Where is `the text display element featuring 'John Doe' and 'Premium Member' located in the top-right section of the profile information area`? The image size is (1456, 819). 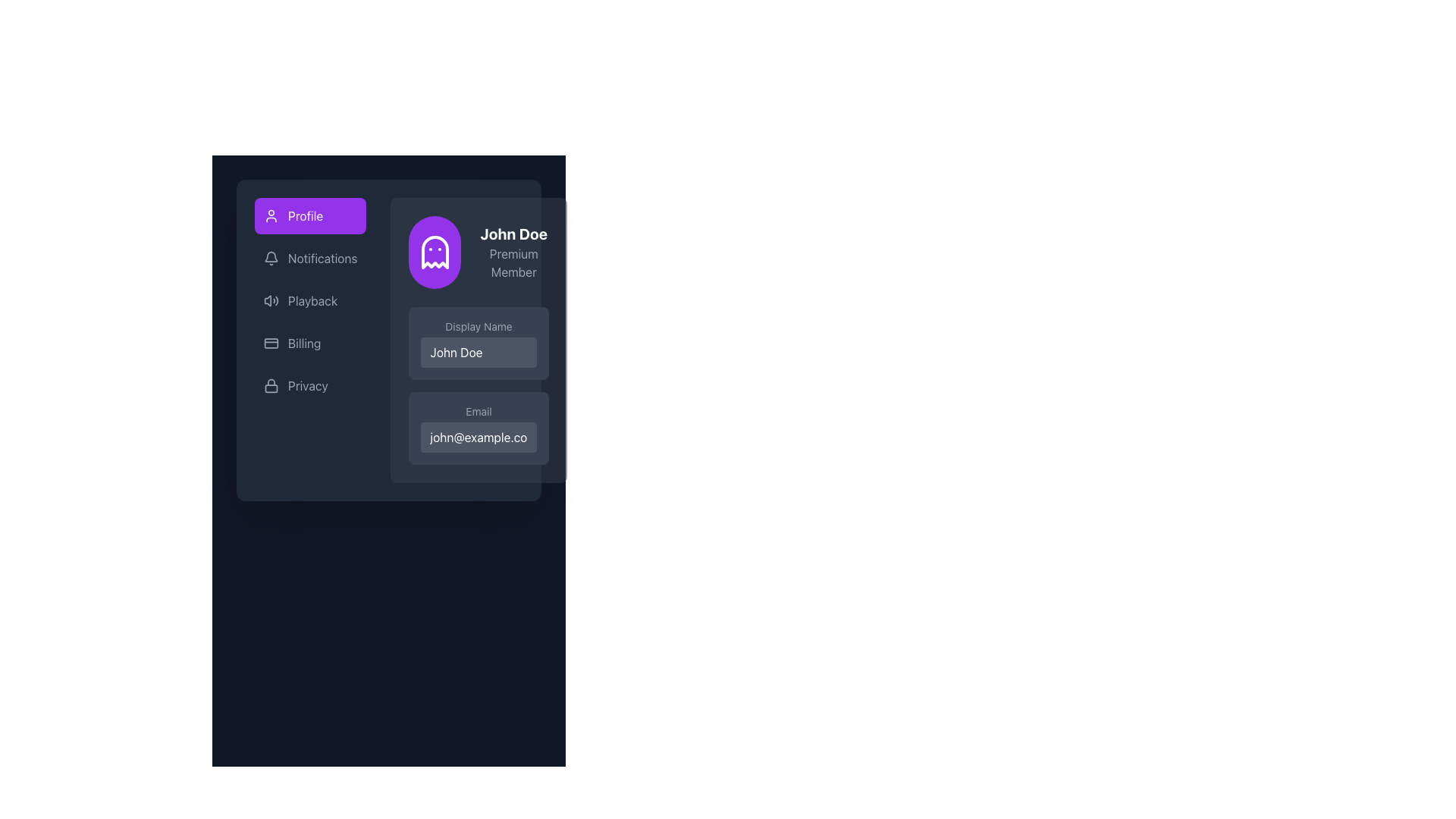 the text display element featuring 'John Doe' and 'Premium Member' located in the top-right section of the profile information area is located at coordinates (513, 251).